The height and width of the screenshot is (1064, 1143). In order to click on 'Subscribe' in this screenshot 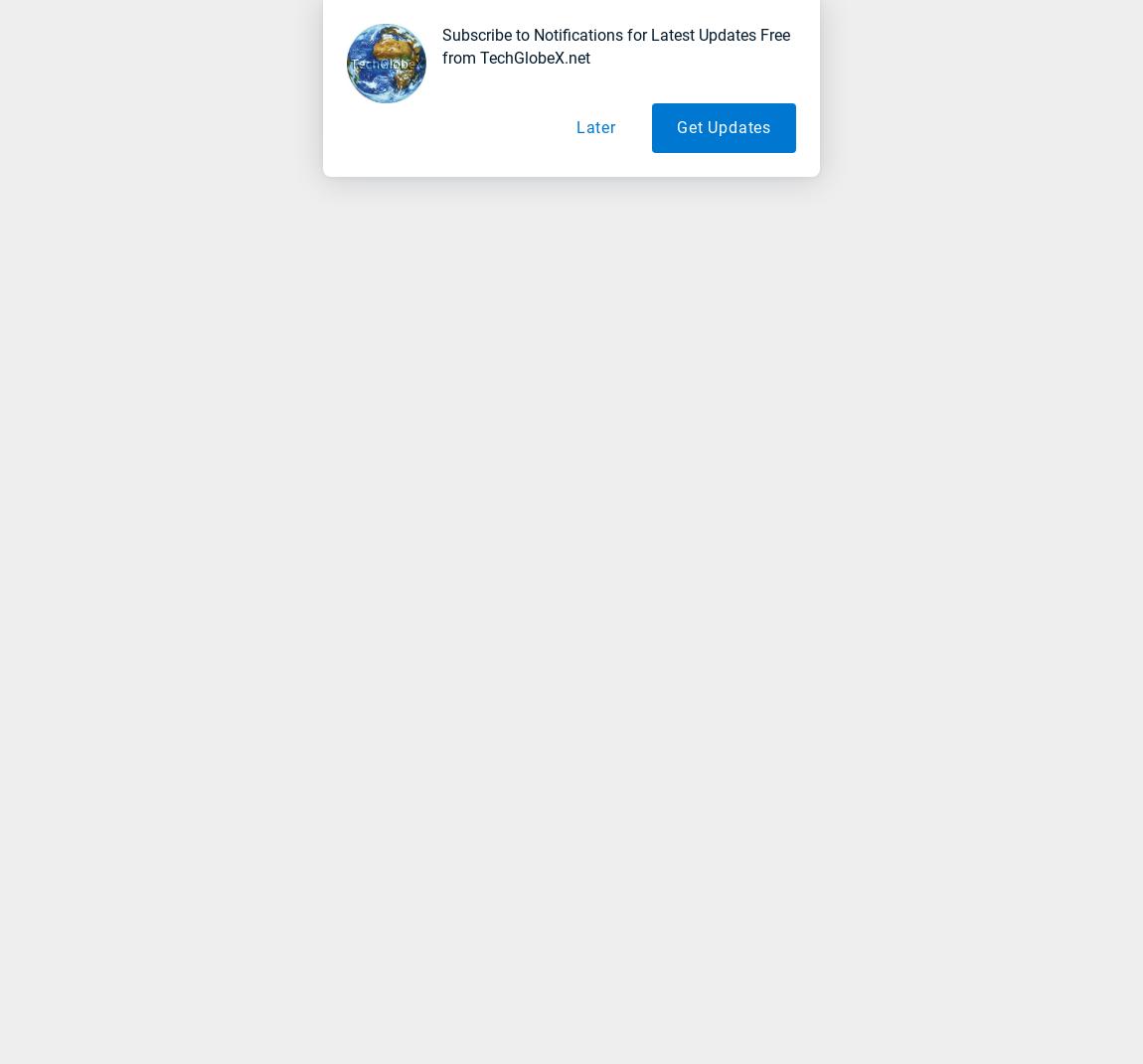, I will do `click(955, 1050)`.